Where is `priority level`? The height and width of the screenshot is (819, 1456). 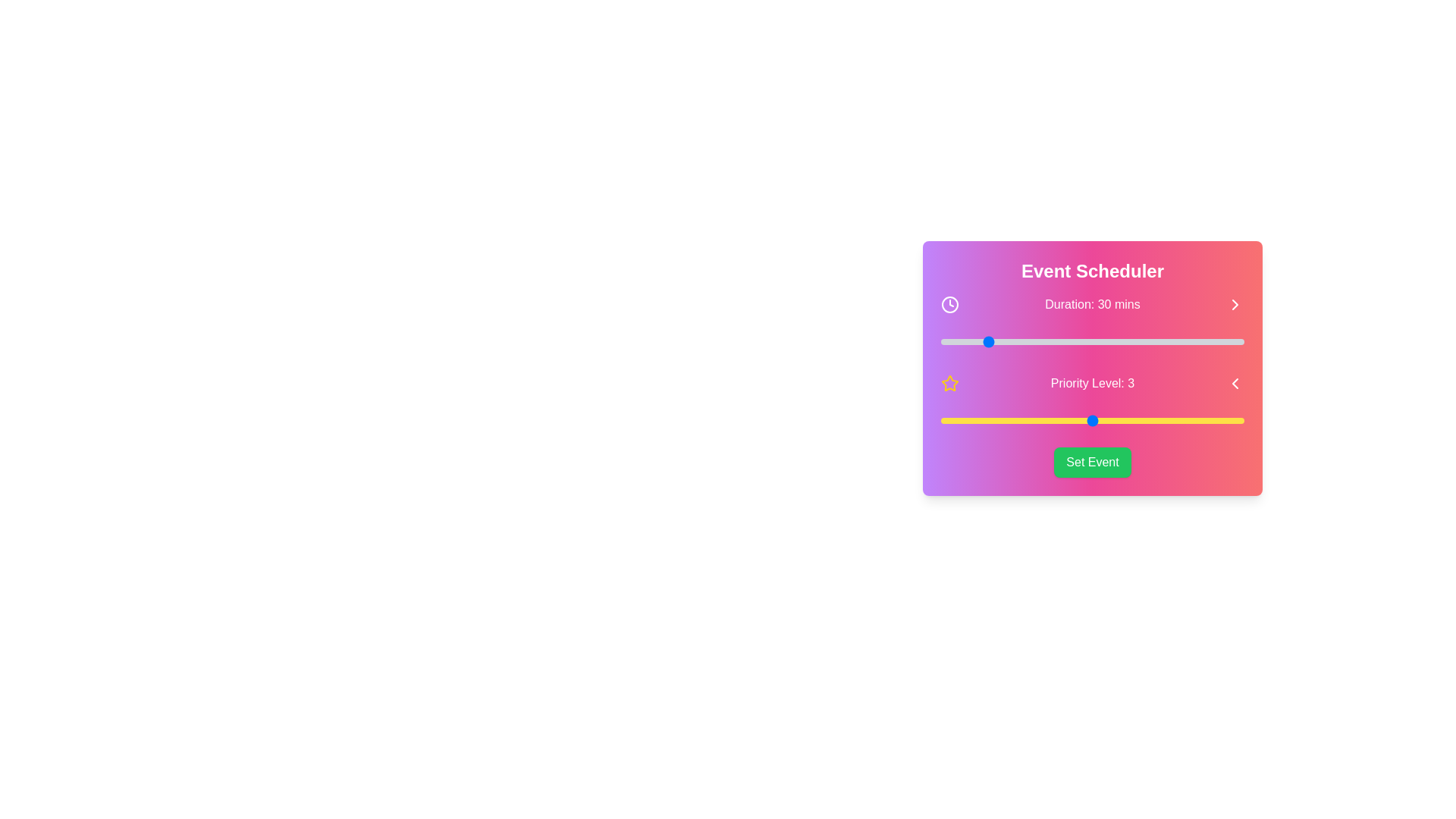 priority level is located at coordinates (1167, 421).